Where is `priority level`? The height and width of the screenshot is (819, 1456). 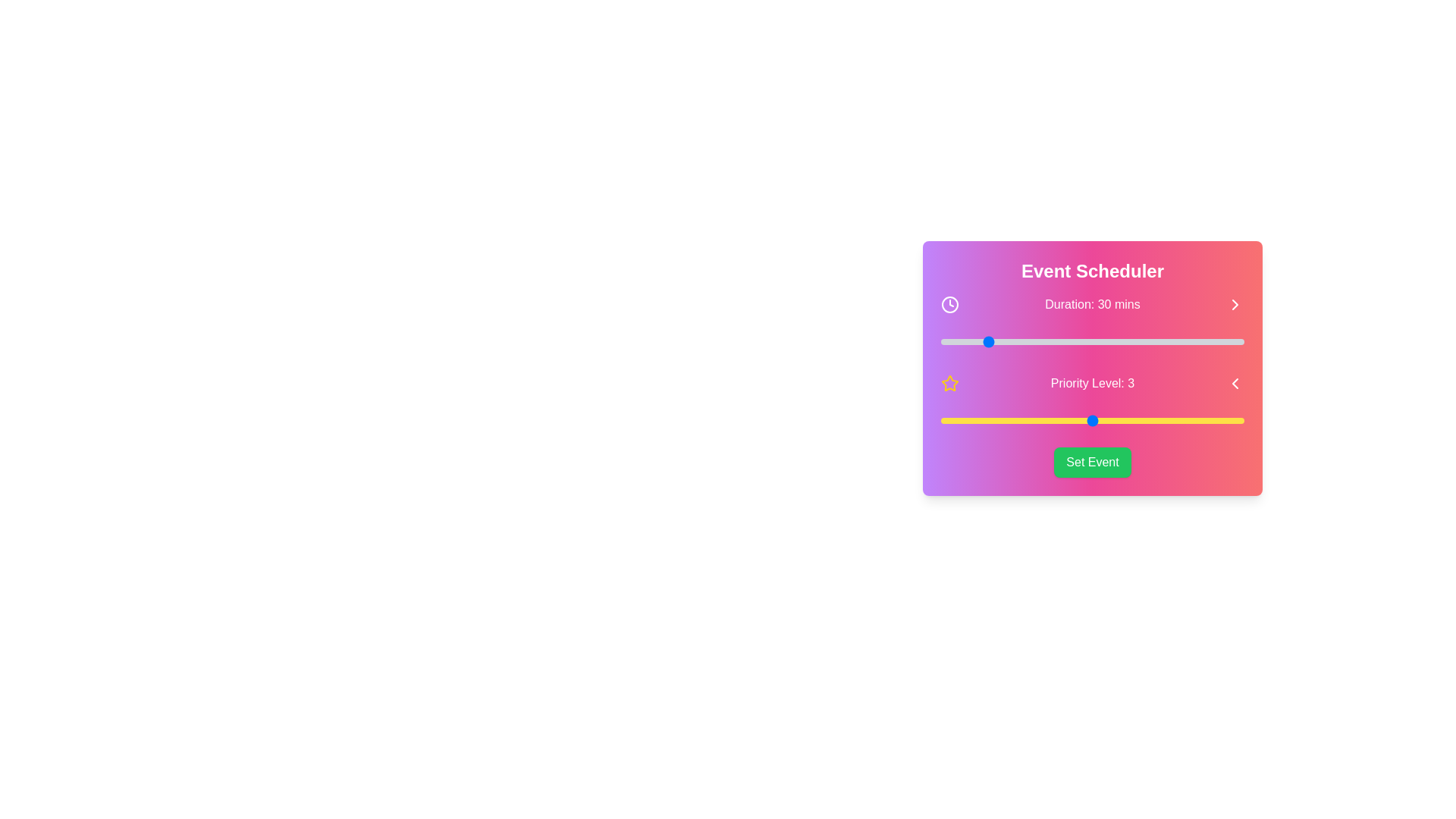 priority level is located at coordinates (1167, 421).